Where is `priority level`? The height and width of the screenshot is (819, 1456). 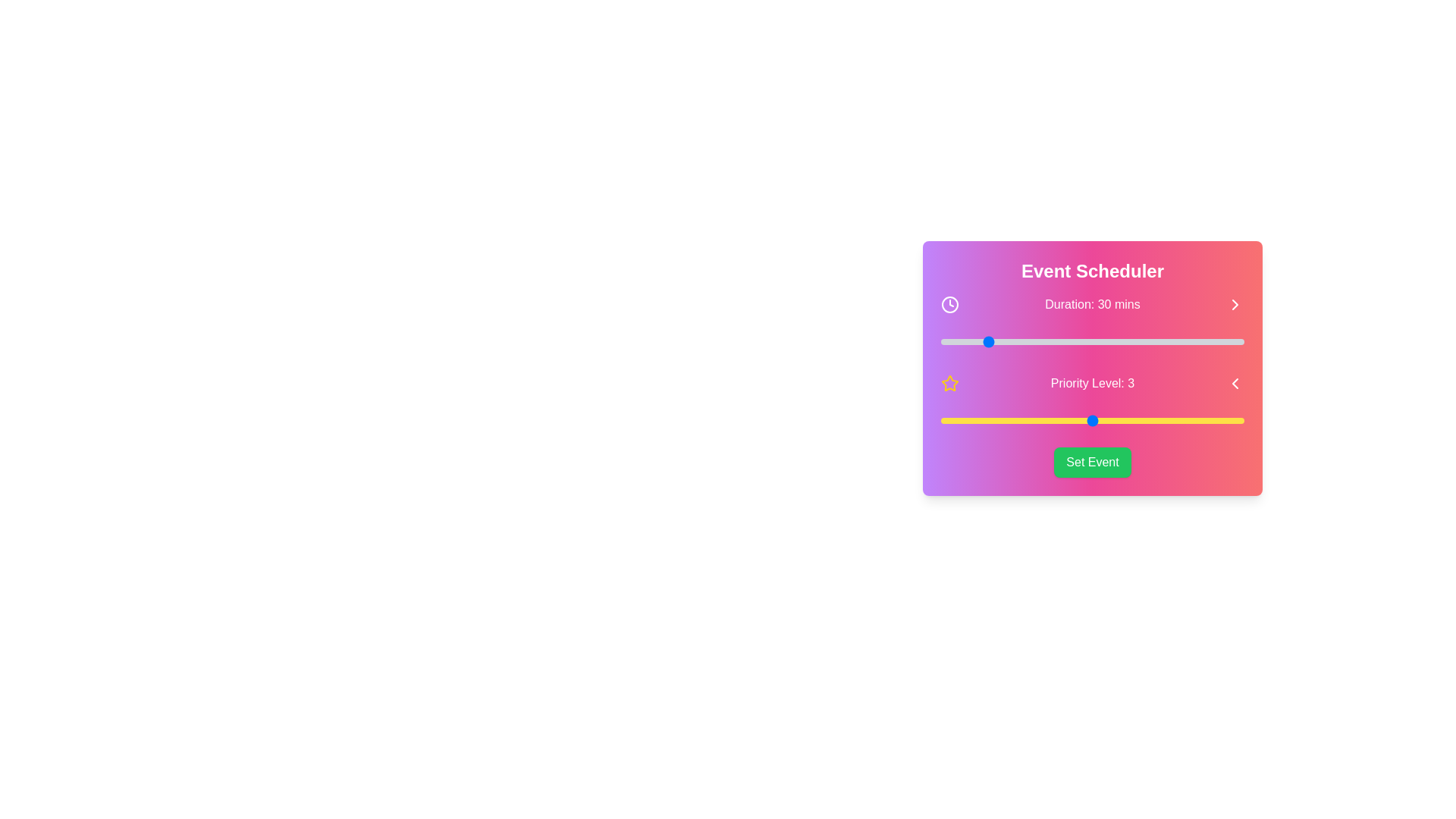 priority level is located at coordinates (1167, 421).